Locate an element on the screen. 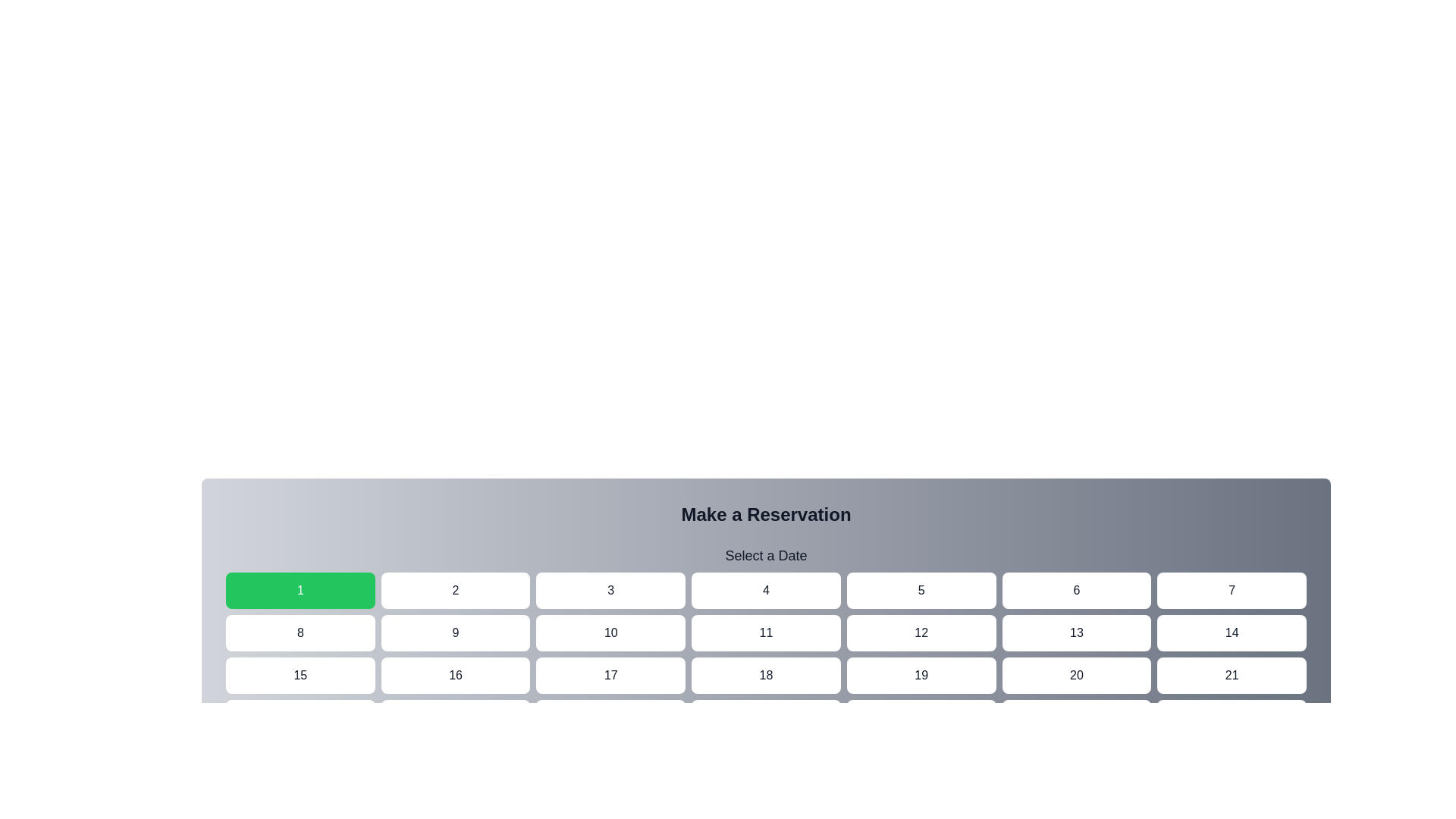 The width and height of the screenshot is (1456, 819). the 10th button in the 'Make a Reservation' grid layout is located at coordinates (610, 632).